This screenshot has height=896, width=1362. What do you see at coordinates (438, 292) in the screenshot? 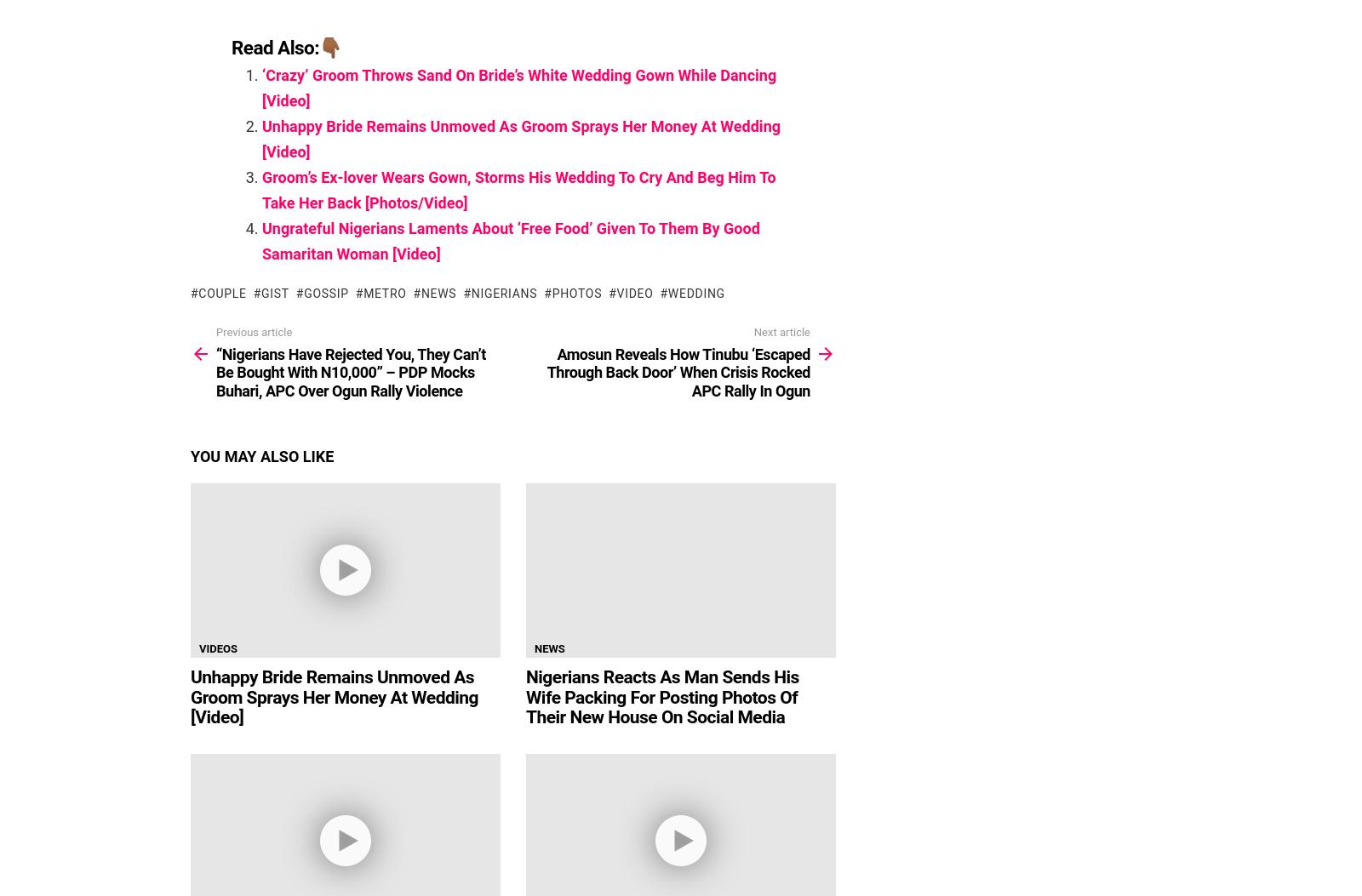
I see `'News'` at bounding box center [438, 292].